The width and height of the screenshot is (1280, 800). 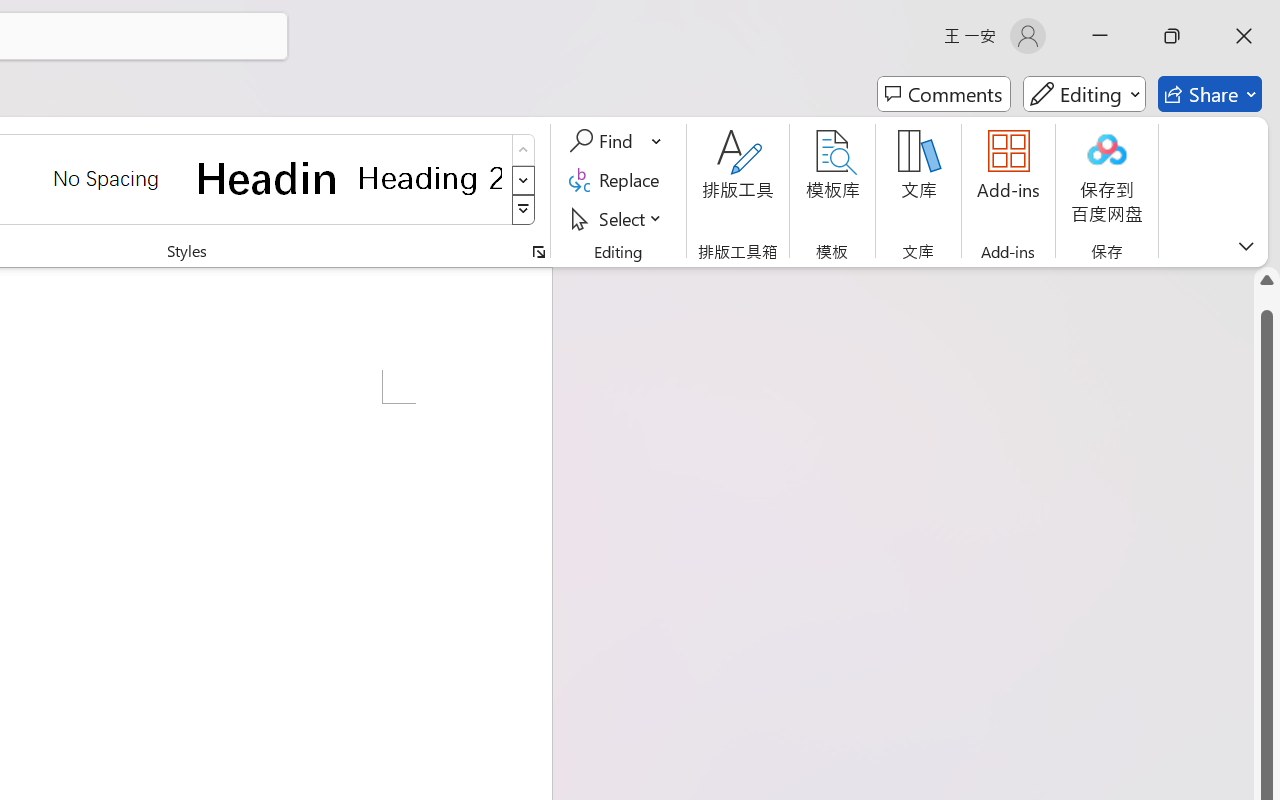 I want to click on 'Row Down', so click(x=523, y=179).